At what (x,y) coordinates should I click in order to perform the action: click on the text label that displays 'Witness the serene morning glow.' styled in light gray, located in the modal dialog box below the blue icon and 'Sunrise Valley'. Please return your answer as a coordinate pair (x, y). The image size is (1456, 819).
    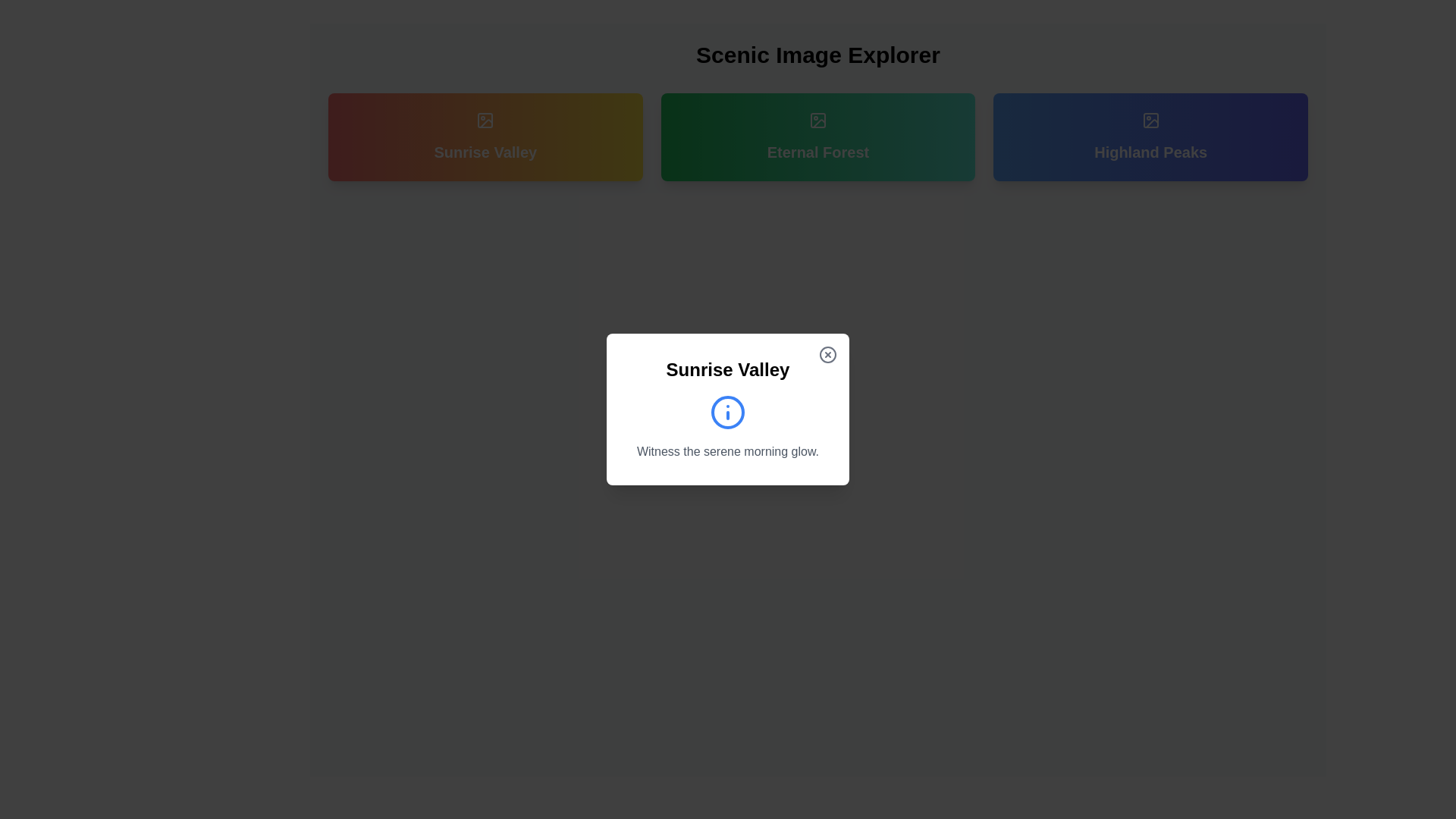
    Looking at the image, I should click on (728, 451).